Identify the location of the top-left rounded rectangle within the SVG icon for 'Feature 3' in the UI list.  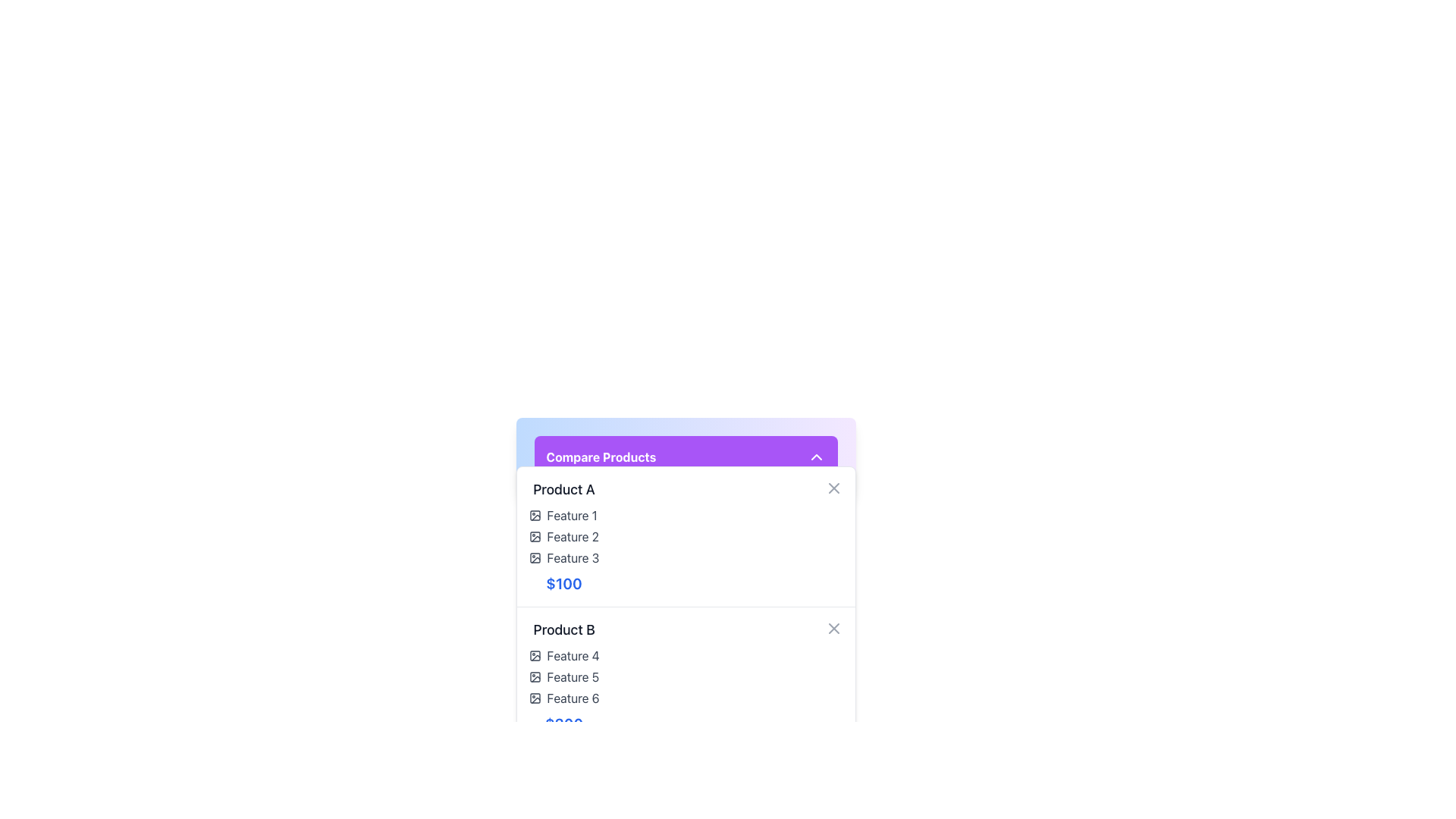
(535, 558).